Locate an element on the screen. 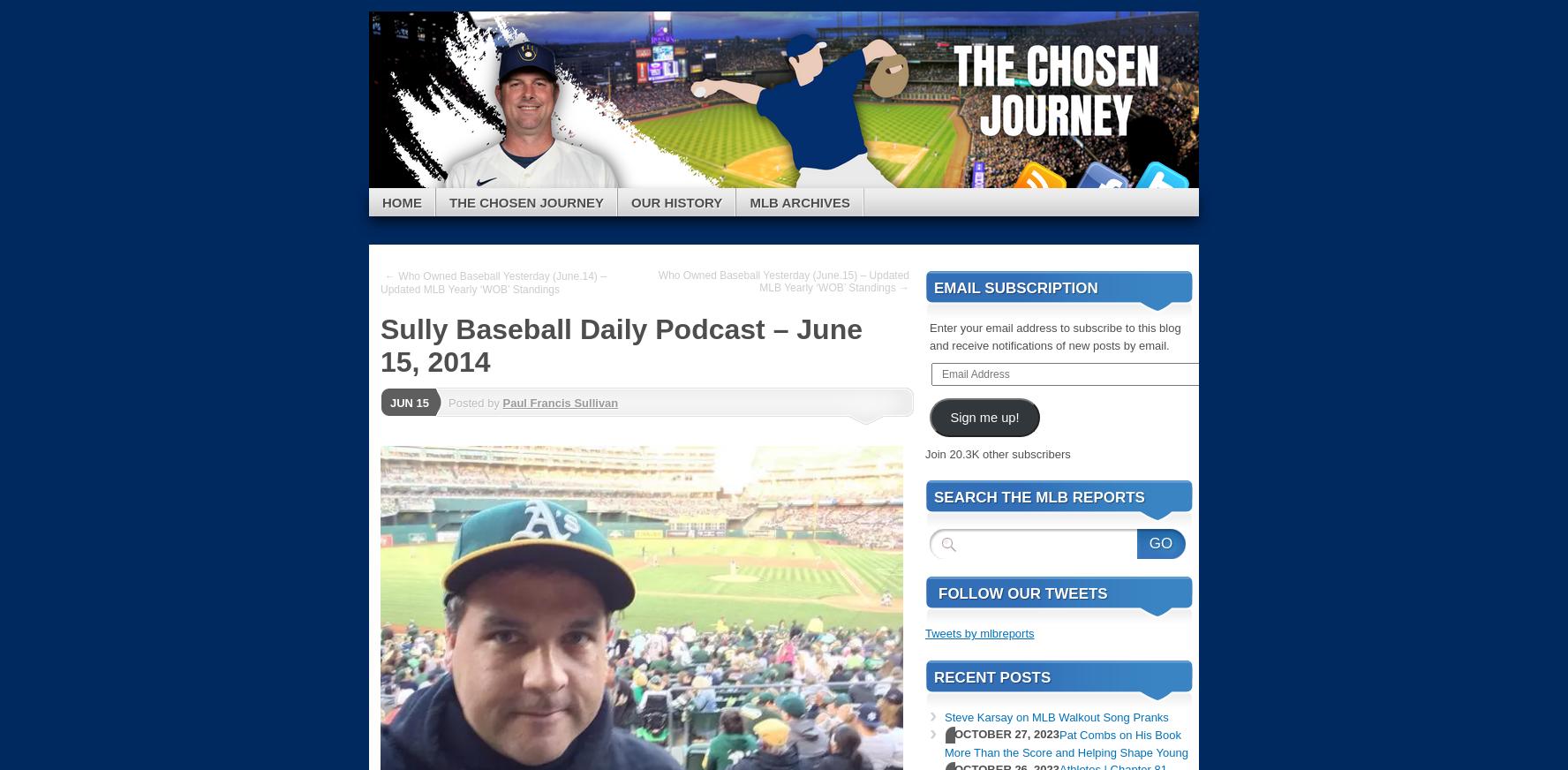  'The Chosen Journey' is located at coordinates (449, 200).